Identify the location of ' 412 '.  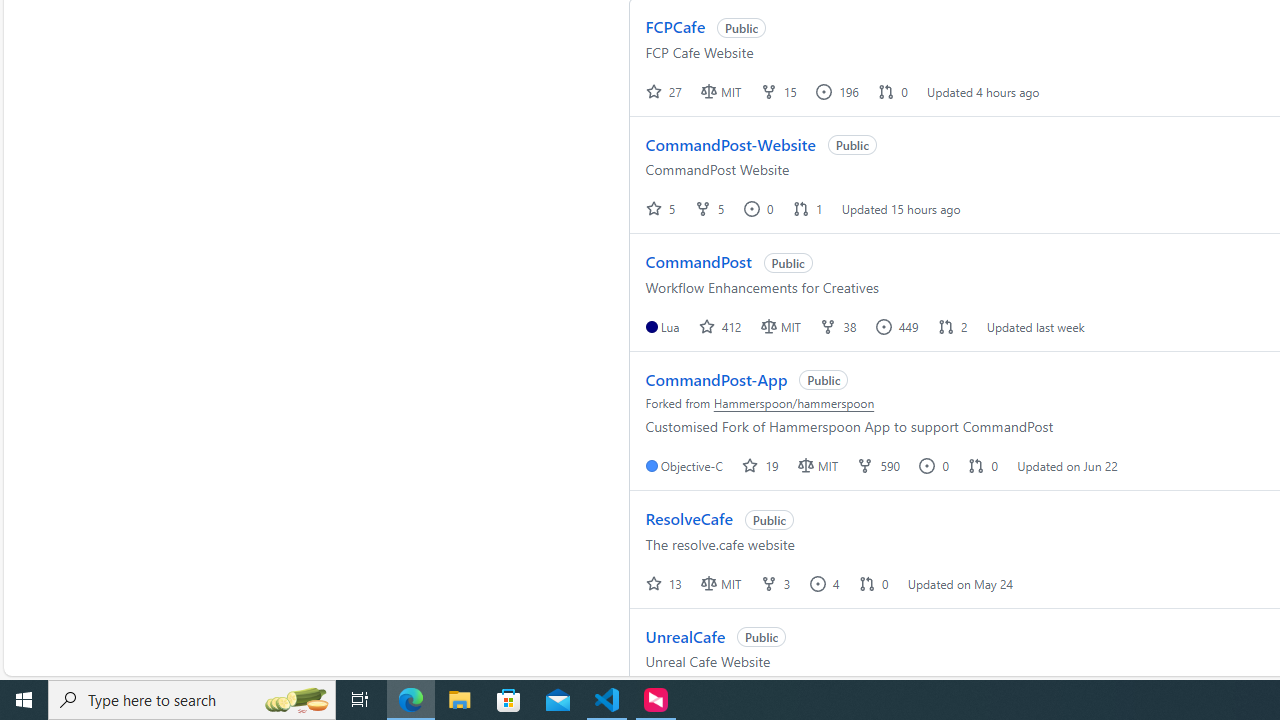
(720, 325).